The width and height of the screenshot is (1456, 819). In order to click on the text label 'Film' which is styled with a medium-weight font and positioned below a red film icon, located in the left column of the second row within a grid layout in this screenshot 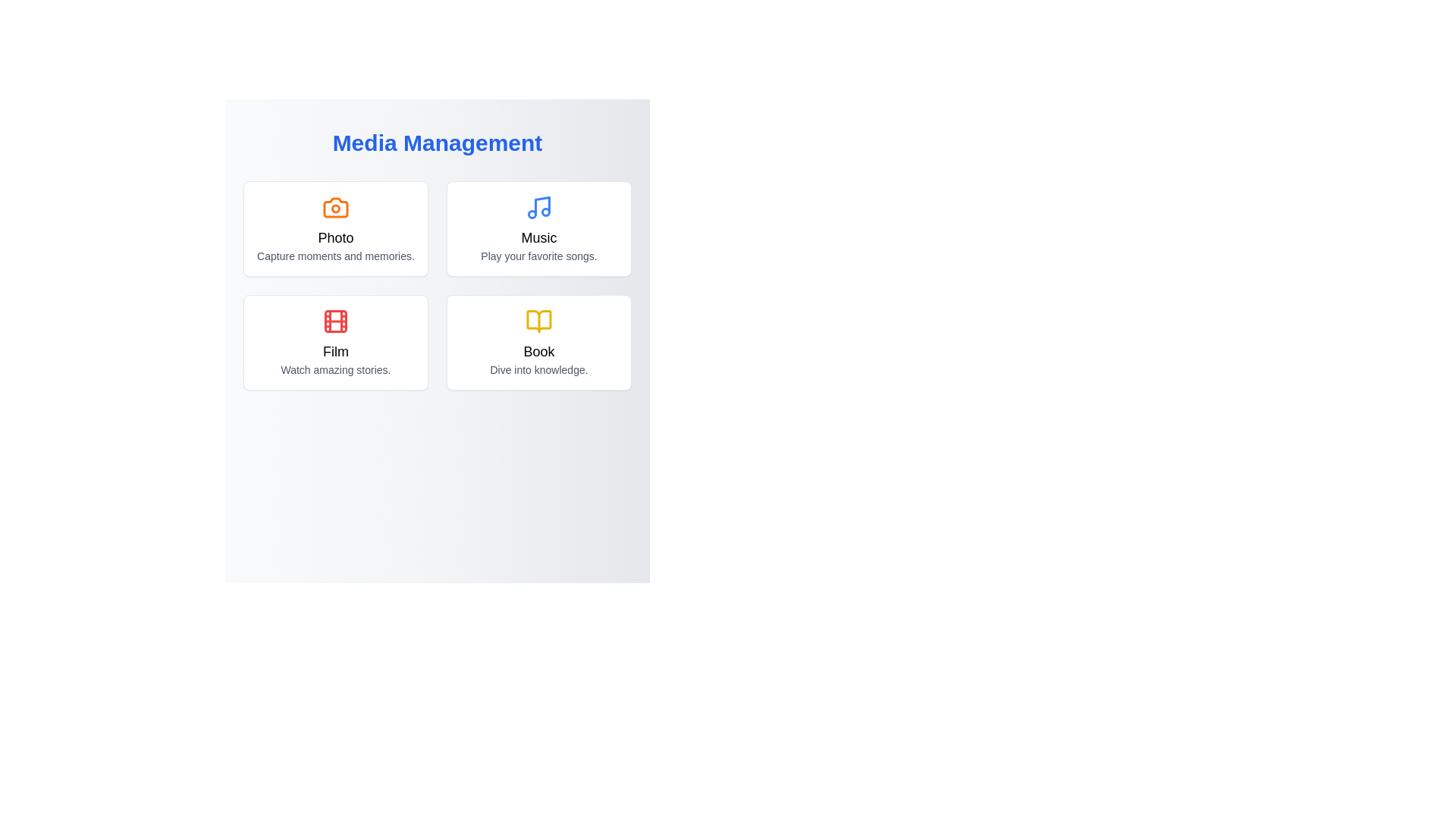, I will do `click(334, 351)`.